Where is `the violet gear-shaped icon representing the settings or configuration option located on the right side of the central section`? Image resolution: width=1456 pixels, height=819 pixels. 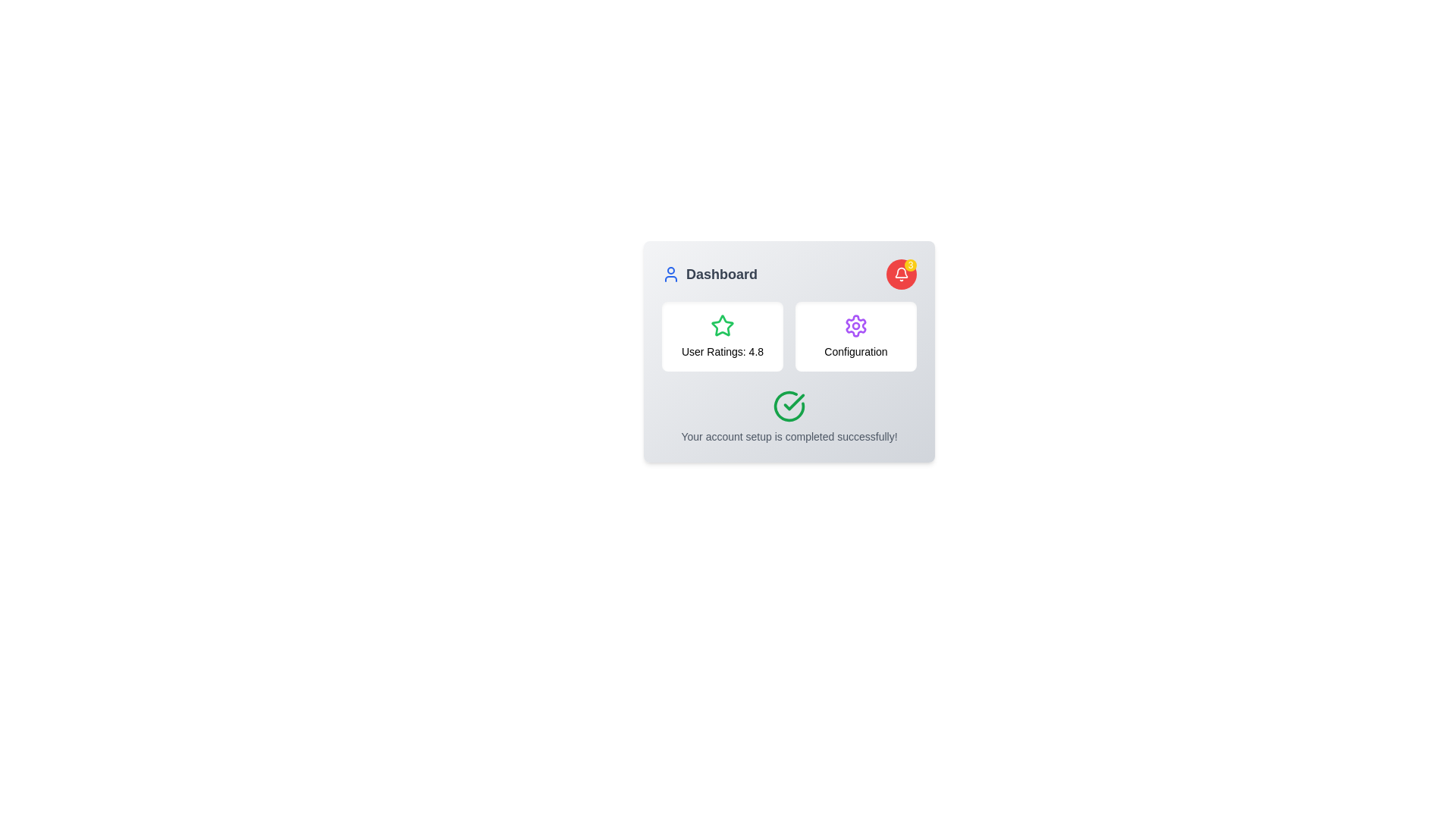
the violet gear-shaped icon representing the settings or configuration option located on the right side of the central section is located at coordinates (855, 325).